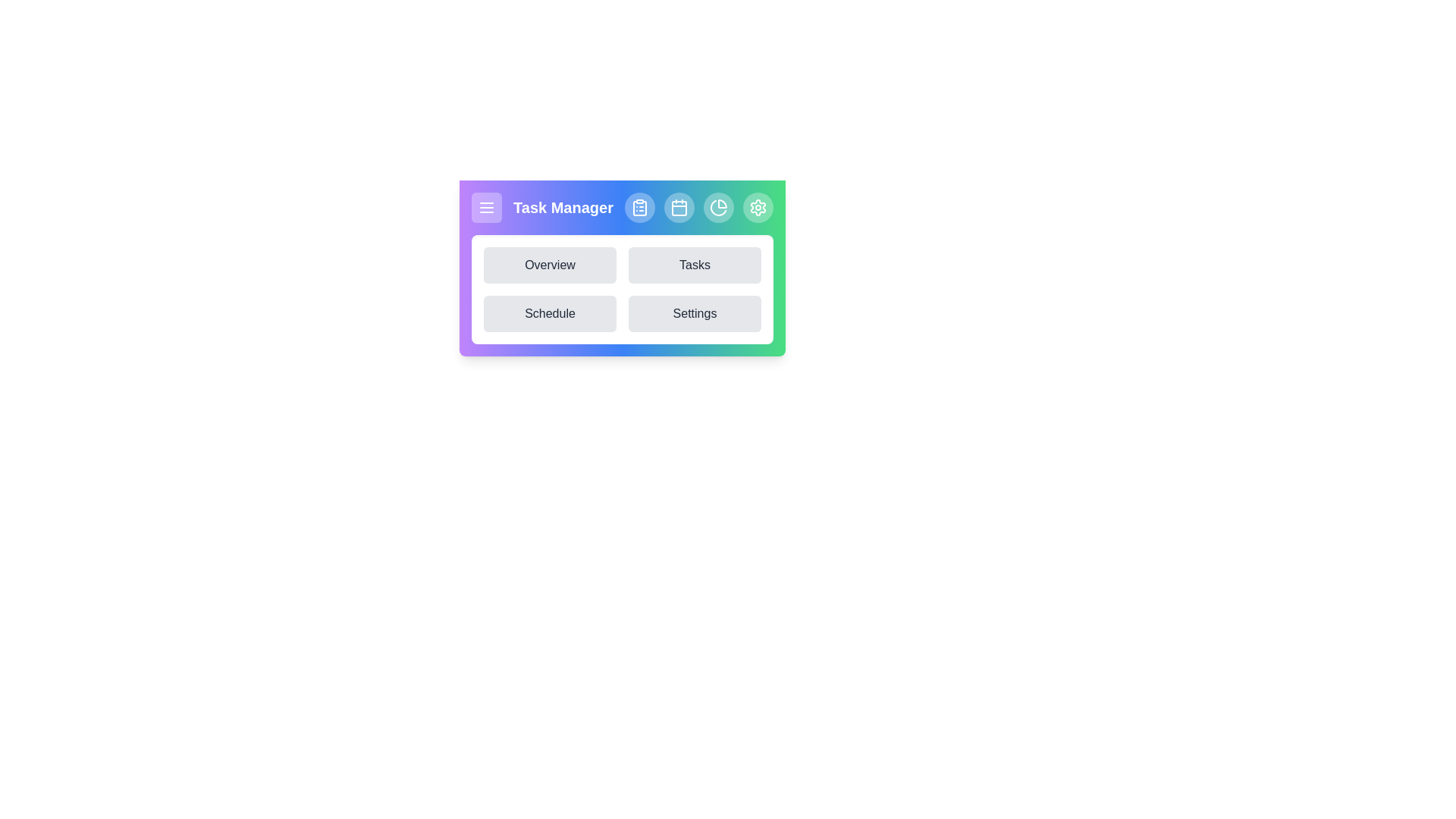 This screenshot has height=819, width=1456. Describe the element at coordinates (694, 265) in the screenshot. I see `the button labeled Tasks to observe visual feedback` at that location.